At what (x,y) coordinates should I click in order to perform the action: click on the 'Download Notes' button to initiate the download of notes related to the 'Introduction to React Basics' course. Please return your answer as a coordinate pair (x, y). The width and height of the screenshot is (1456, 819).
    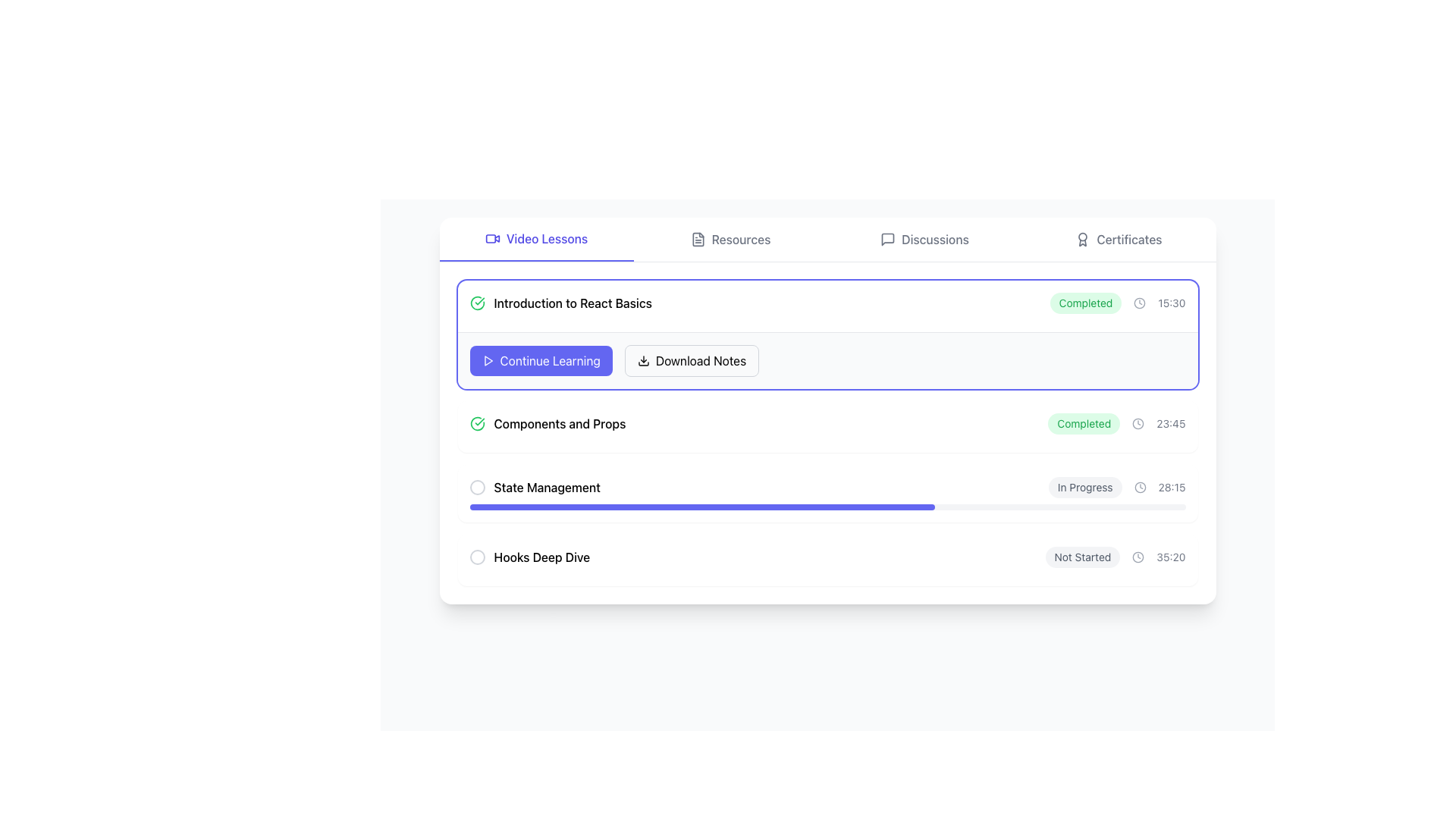
    Looking at the image, I should click on (691, 360).